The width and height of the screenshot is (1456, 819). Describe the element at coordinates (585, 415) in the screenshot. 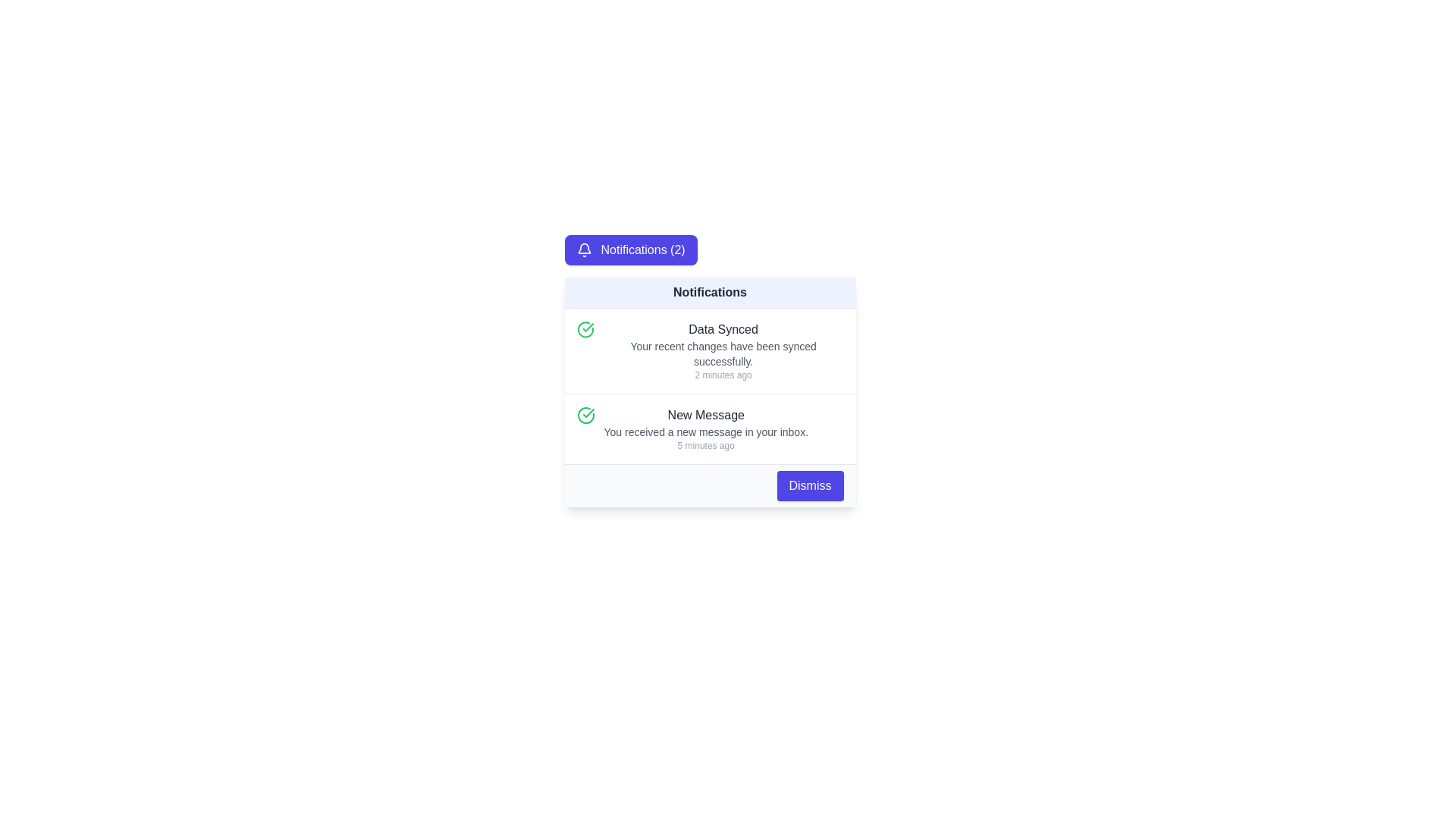

I see `the circular green checkmark icon within the second notification item titled 'New Message'` at that location.